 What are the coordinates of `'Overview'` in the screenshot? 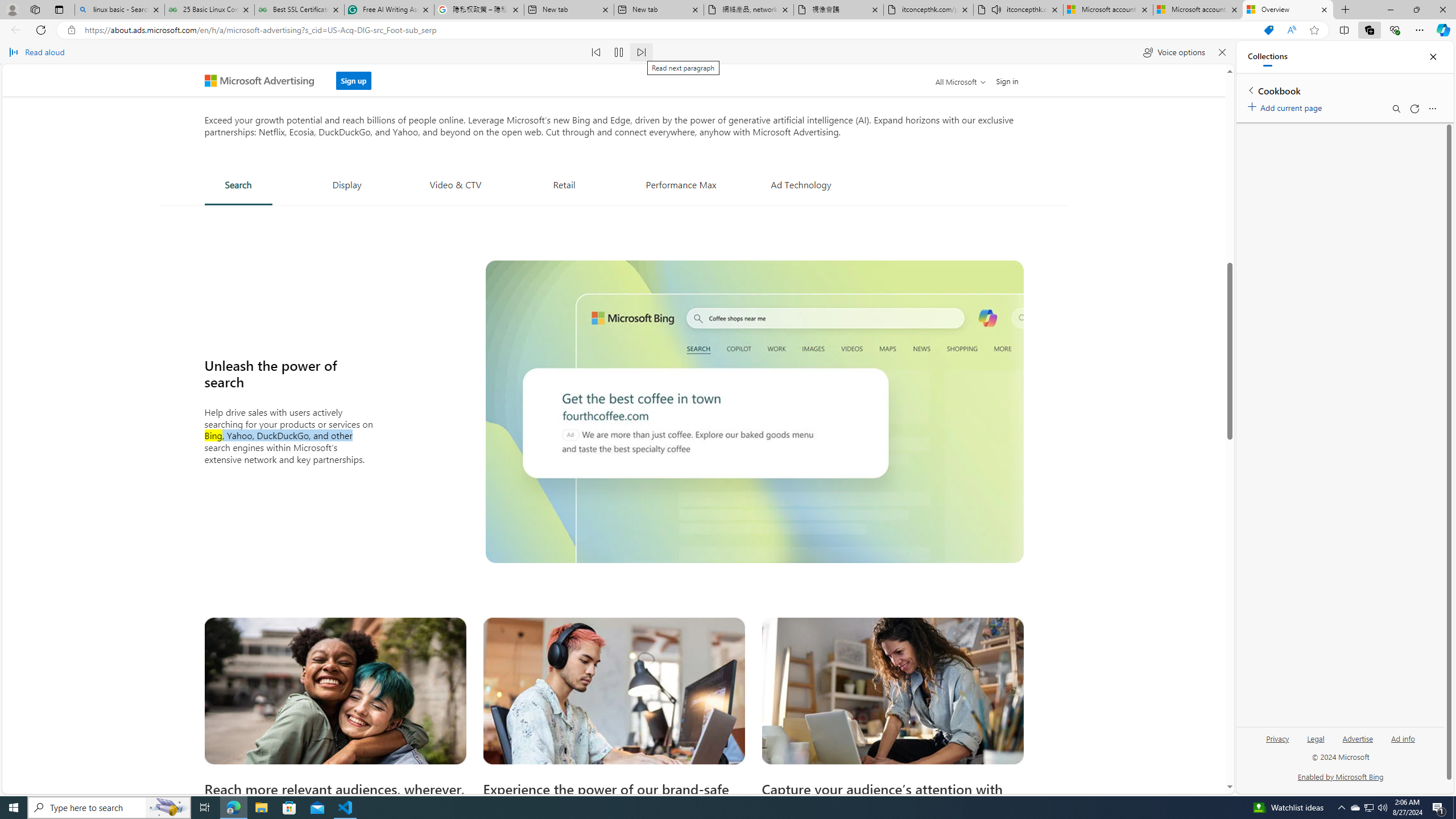 It's located at (1287, 9).